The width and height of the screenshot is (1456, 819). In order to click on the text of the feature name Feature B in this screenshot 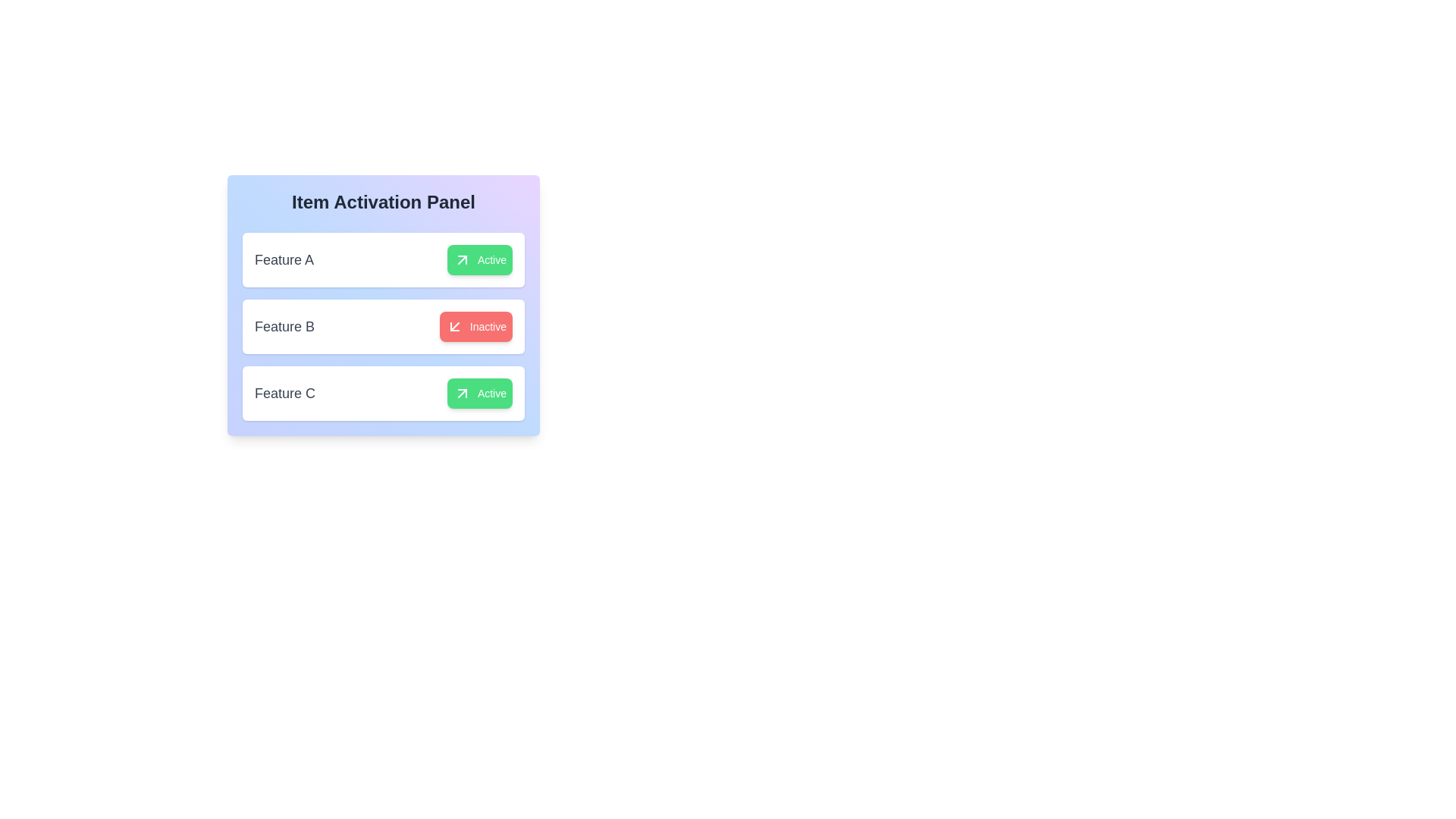, I will do `click(284, 326)`.